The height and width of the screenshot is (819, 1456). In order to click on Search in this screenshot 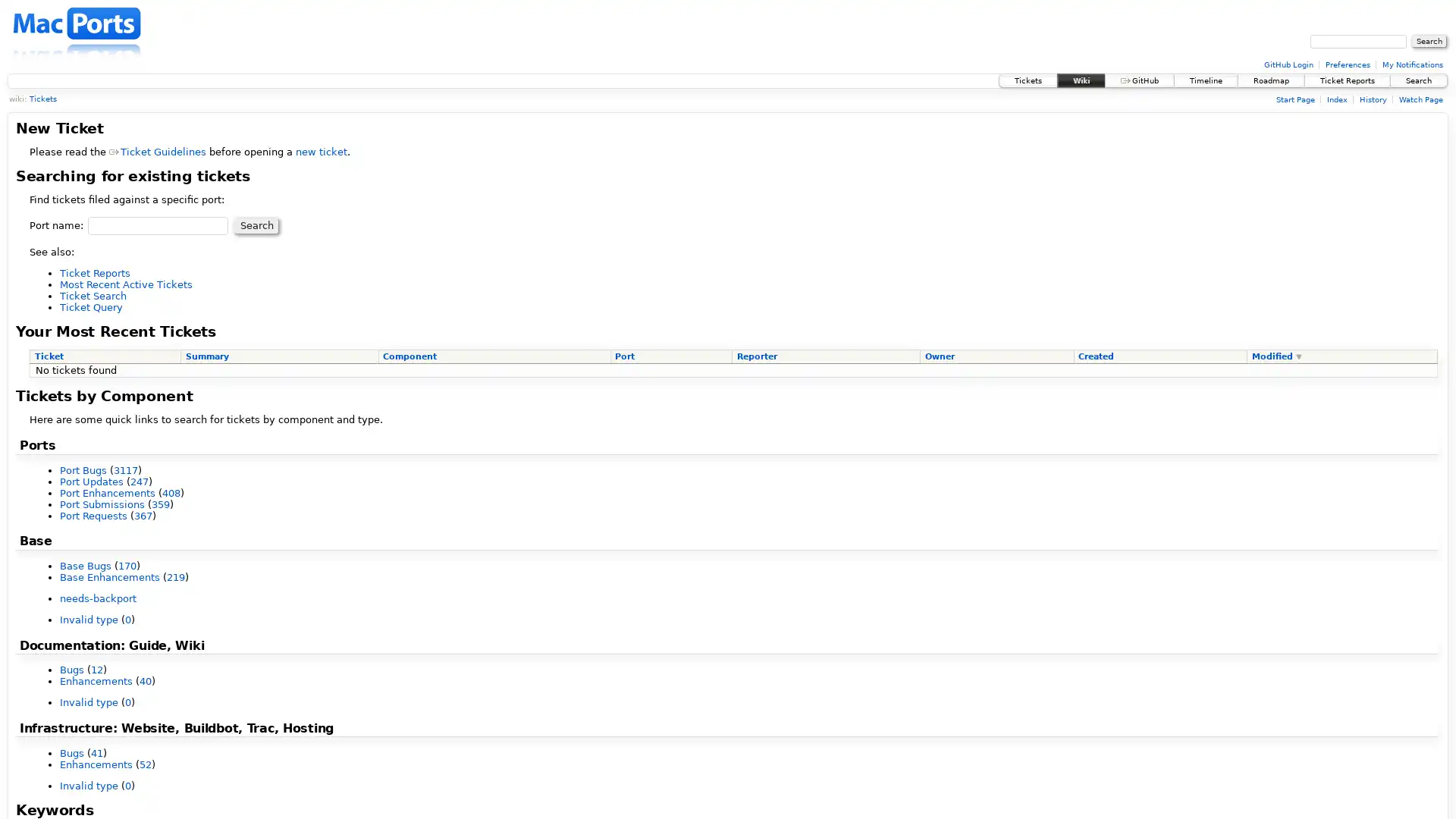, I will do `click(1429, 40)`.